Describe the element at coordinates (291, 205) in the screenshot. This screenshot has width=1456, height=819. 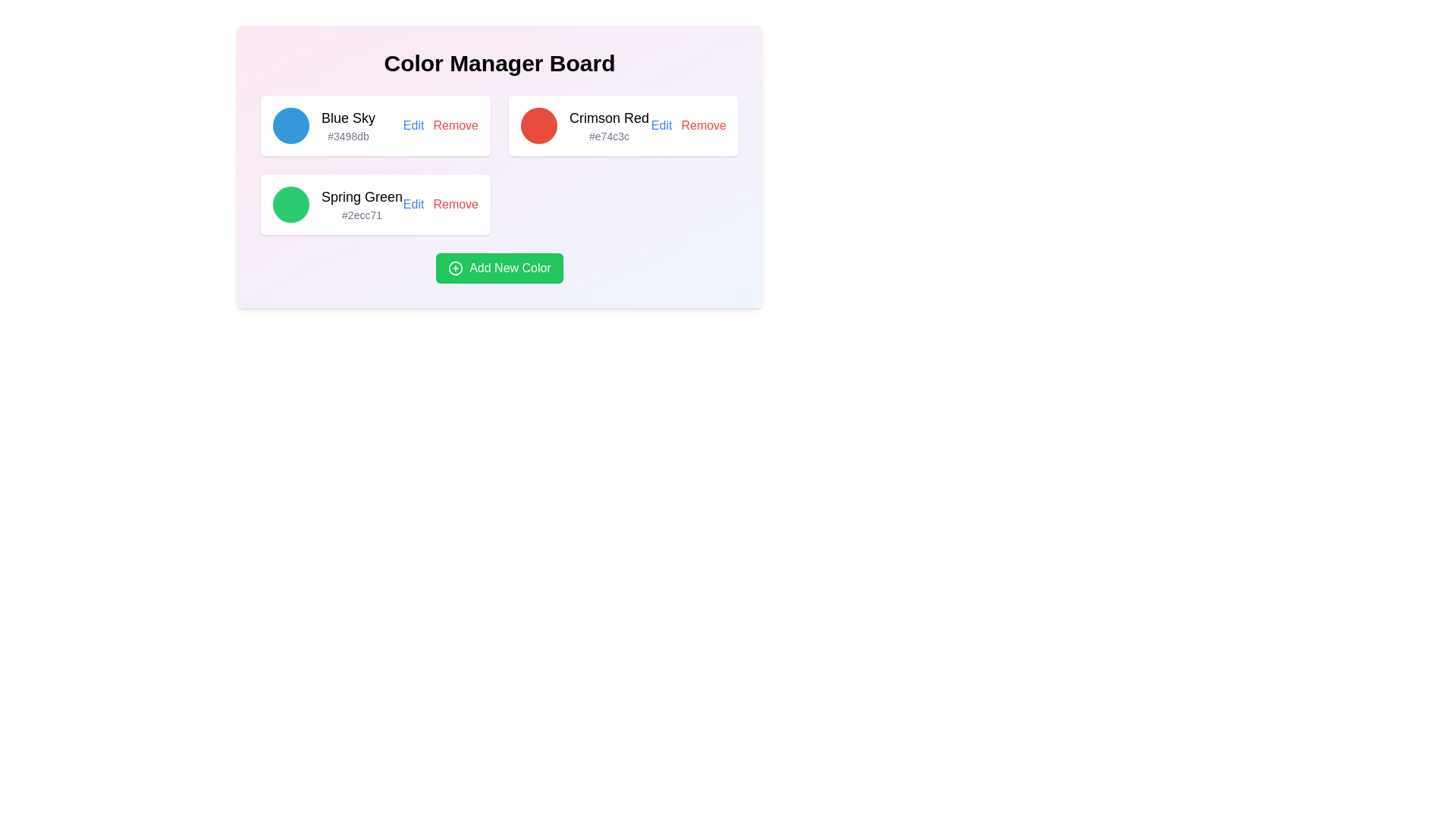
I see `the vibrant green circular Color Indicator that represents the 'Spring Green' color option, located in the second row of the color selection board, to the left of the labels 'Spring Green' and '#2ecc71'` at that location.